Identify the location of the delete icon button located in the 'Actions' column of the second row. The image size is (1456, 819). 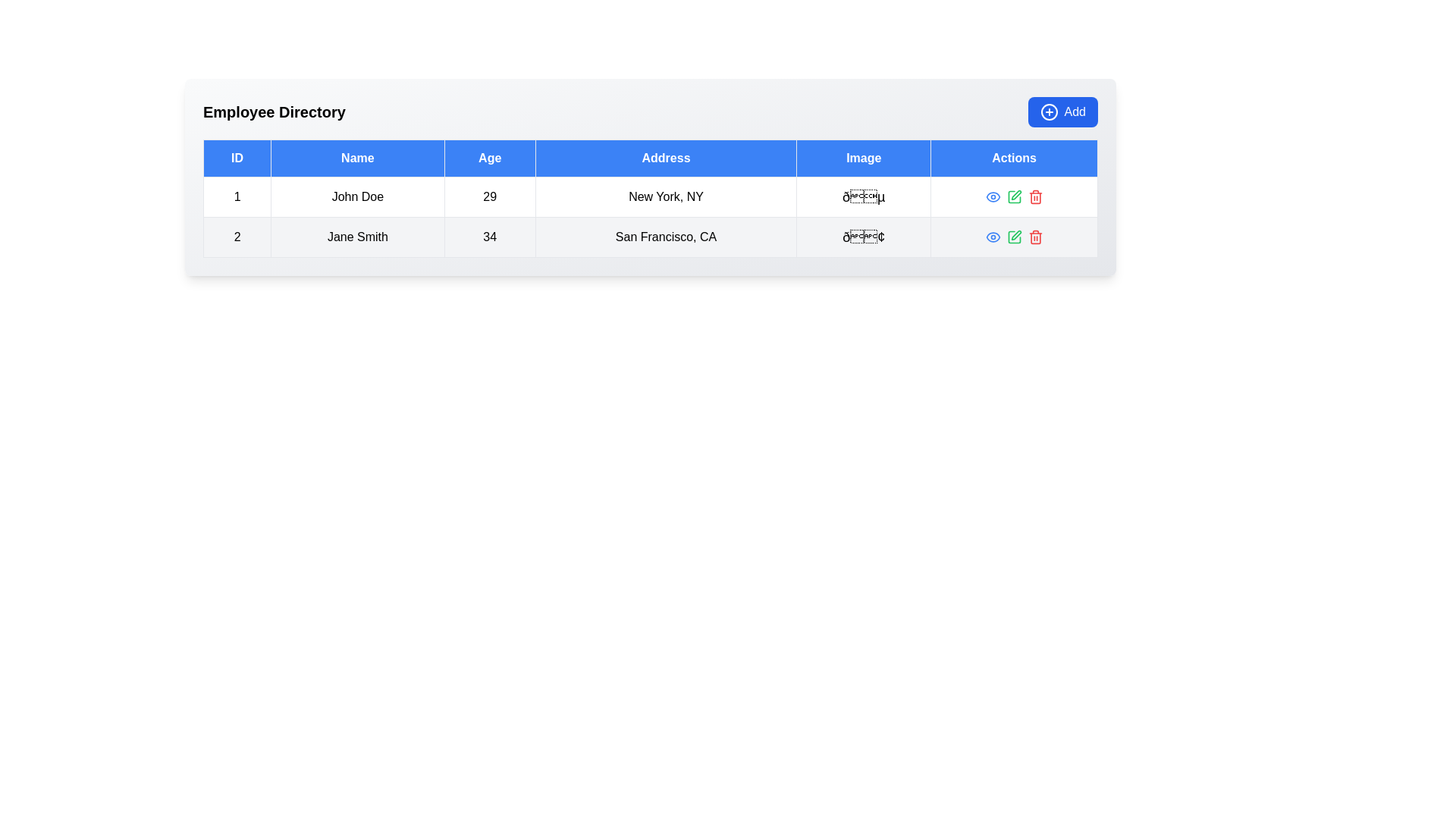
(1034, 237).